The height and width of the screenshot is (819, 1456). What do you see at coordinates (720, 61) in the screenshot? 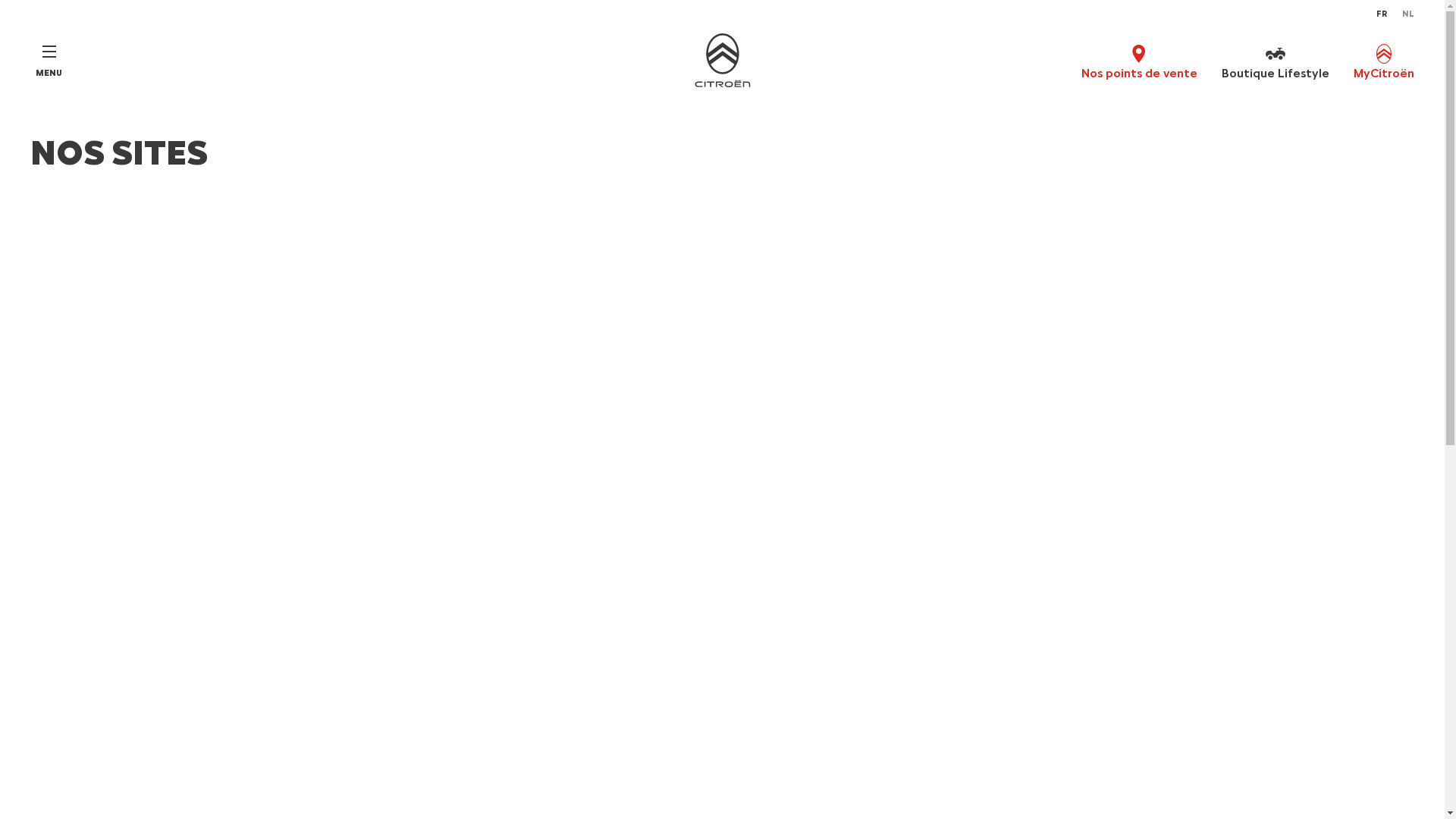
I see `'Home'` at bounding box center [720, 61].